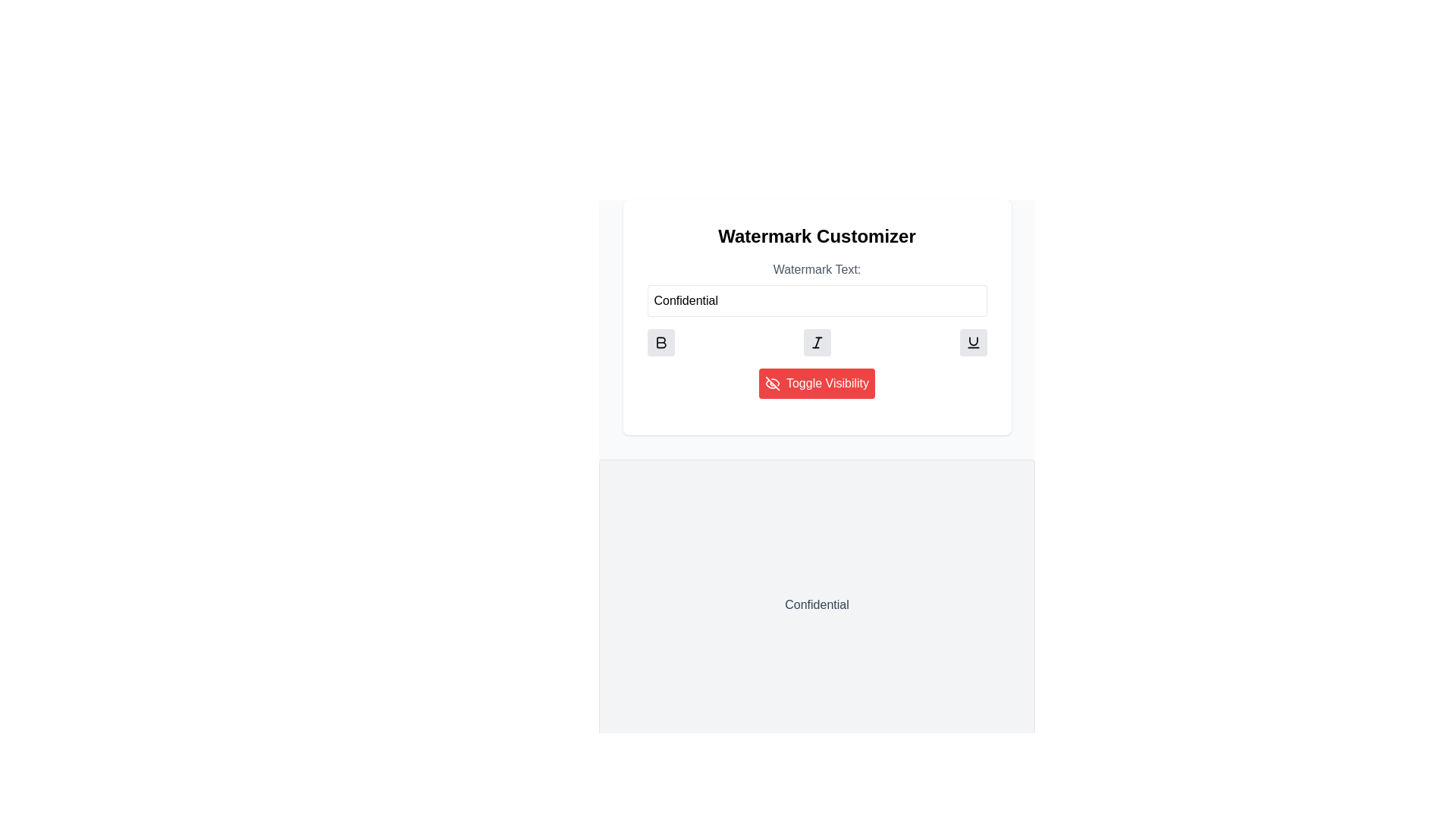 This screenshot has width=1456, height=819. Describe the element at coordinates (661, 342) in the screenshot. I see `the gray circular button with a bold 'B' icon located under the 'Watermark Text' input area` at that location.